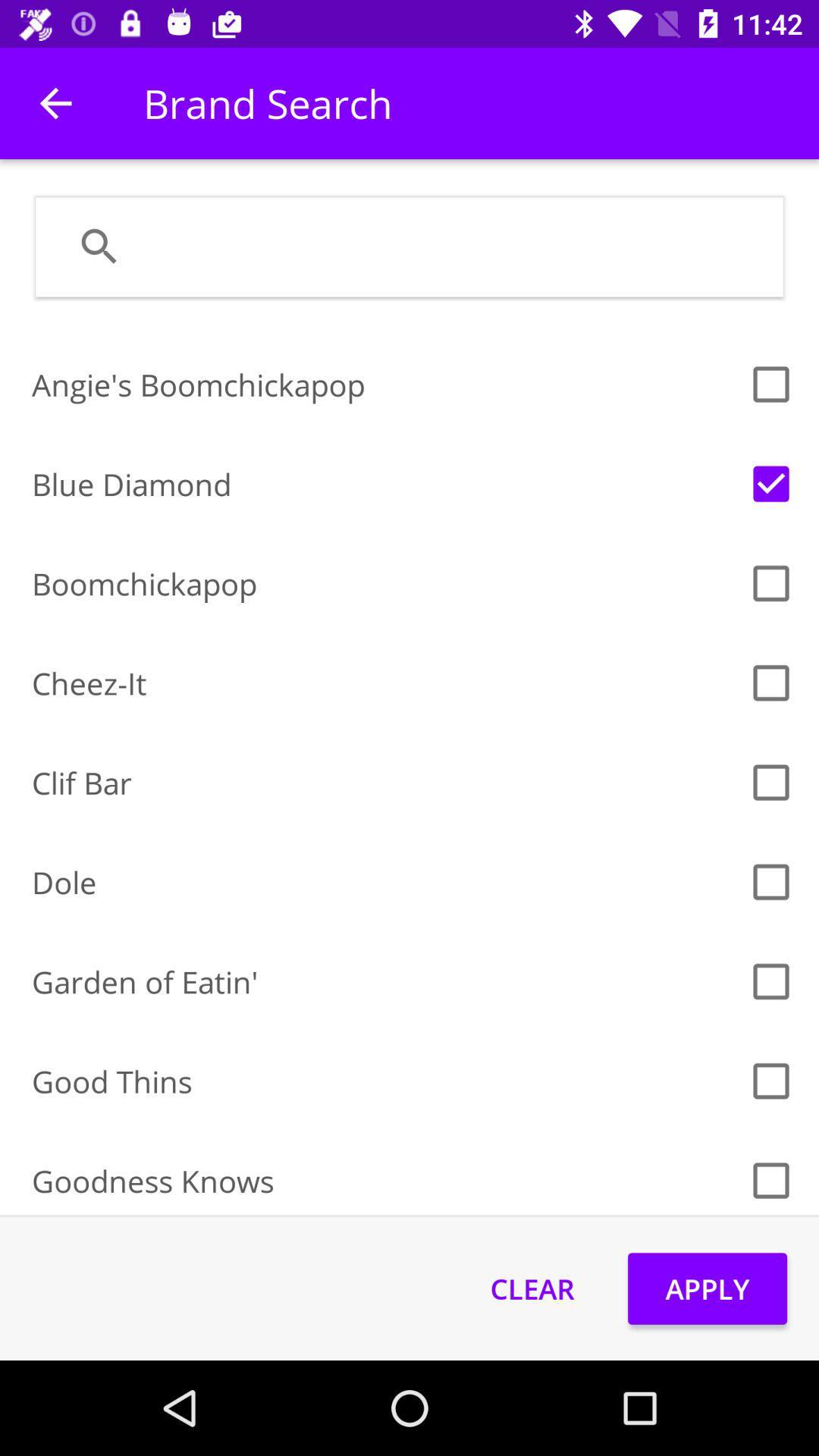 This screenshot has height=1456, width=819. Describe the element at coordinates (384, 384) in the screenshot. I see `the angie's boomchickapop` at that location.